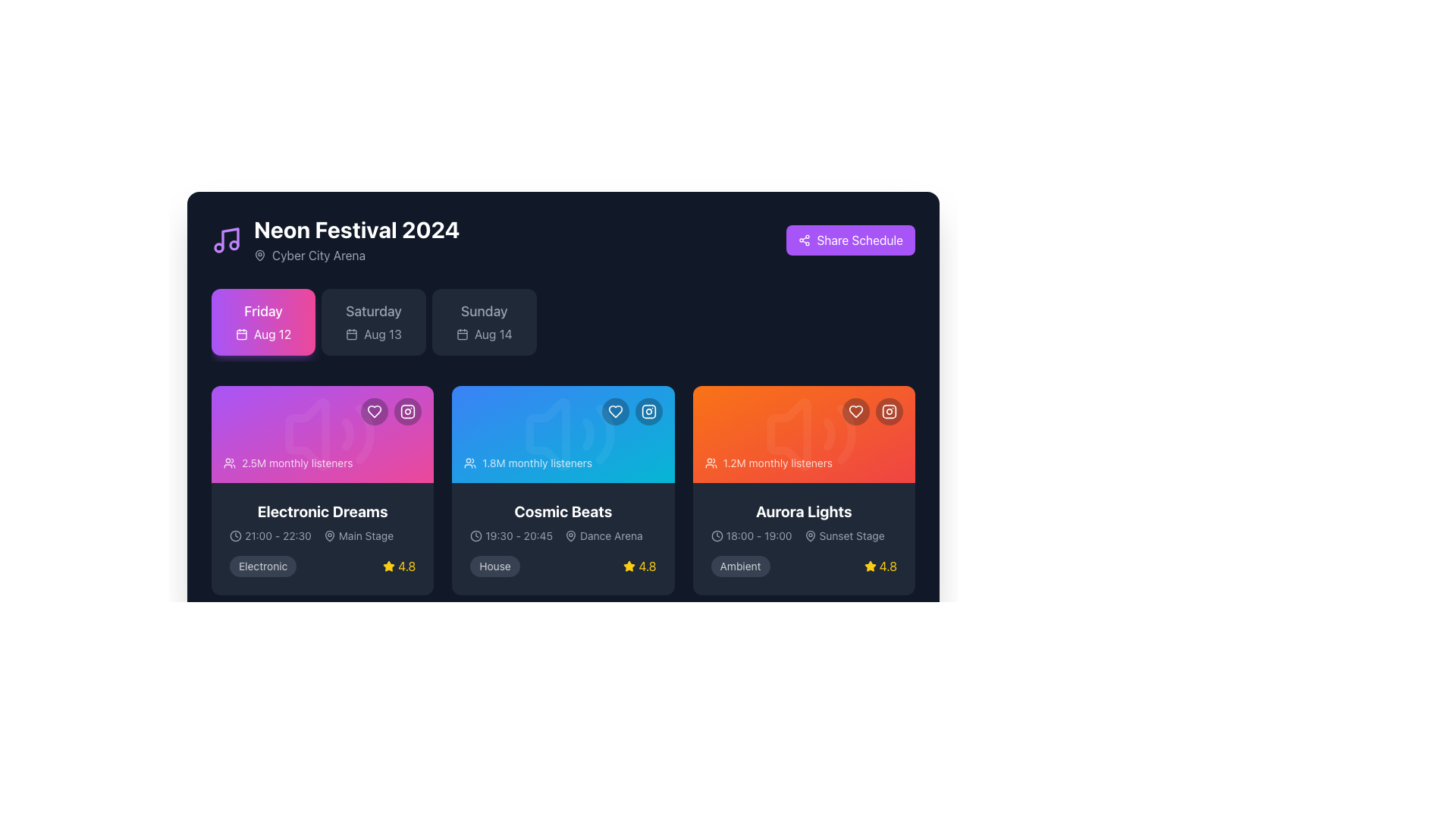 Image resolution: width=1456 pixels, height=819 pixels. What do you see at coordinates (375, 412) in the screenshot?
I see `the heart button located in the upper right section of the pink card` at bounding box center [375, 412].